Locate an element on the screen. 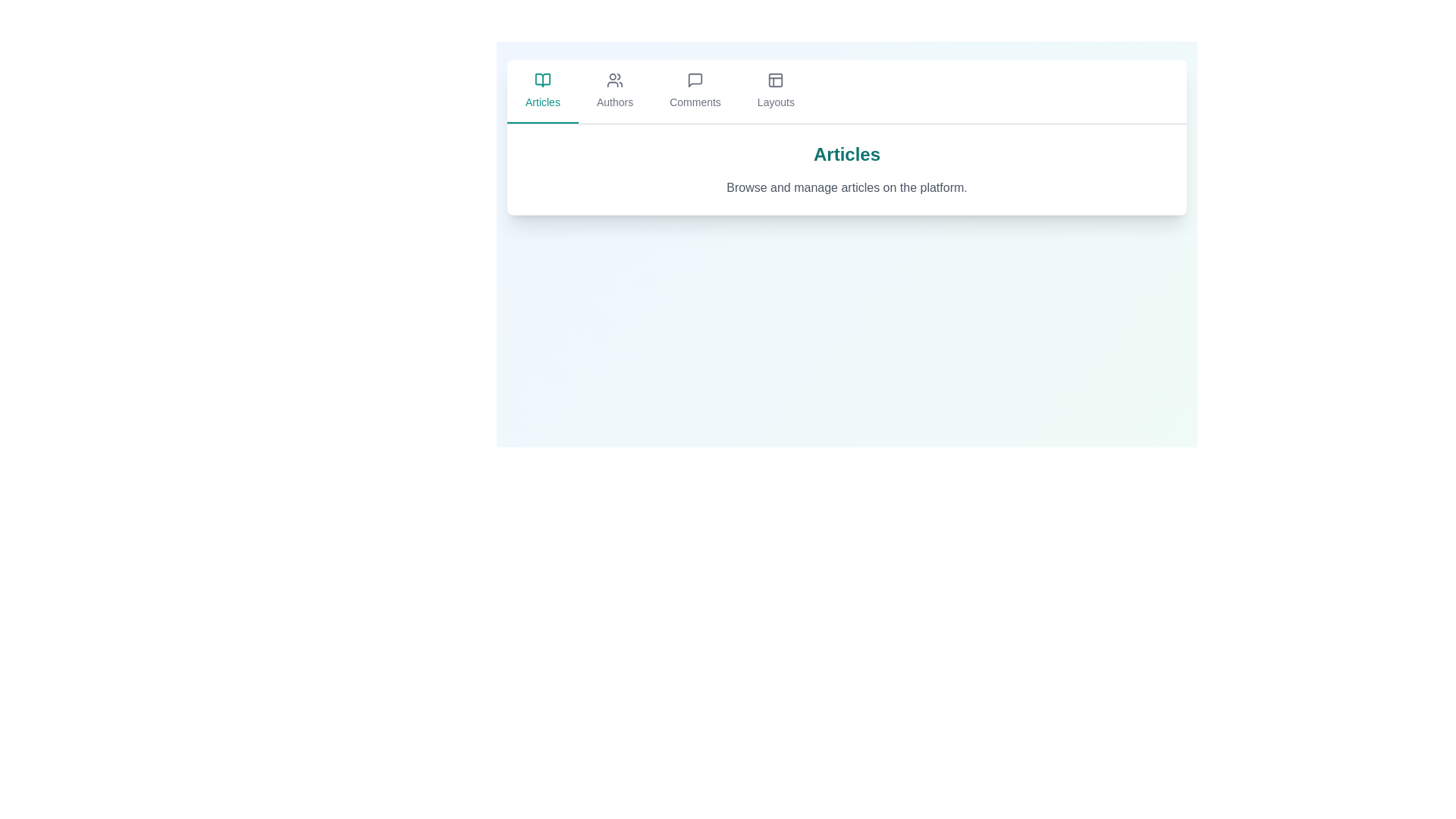 The image size is (1456, 819). the Layouts tab is located at coordinates (776, 91).